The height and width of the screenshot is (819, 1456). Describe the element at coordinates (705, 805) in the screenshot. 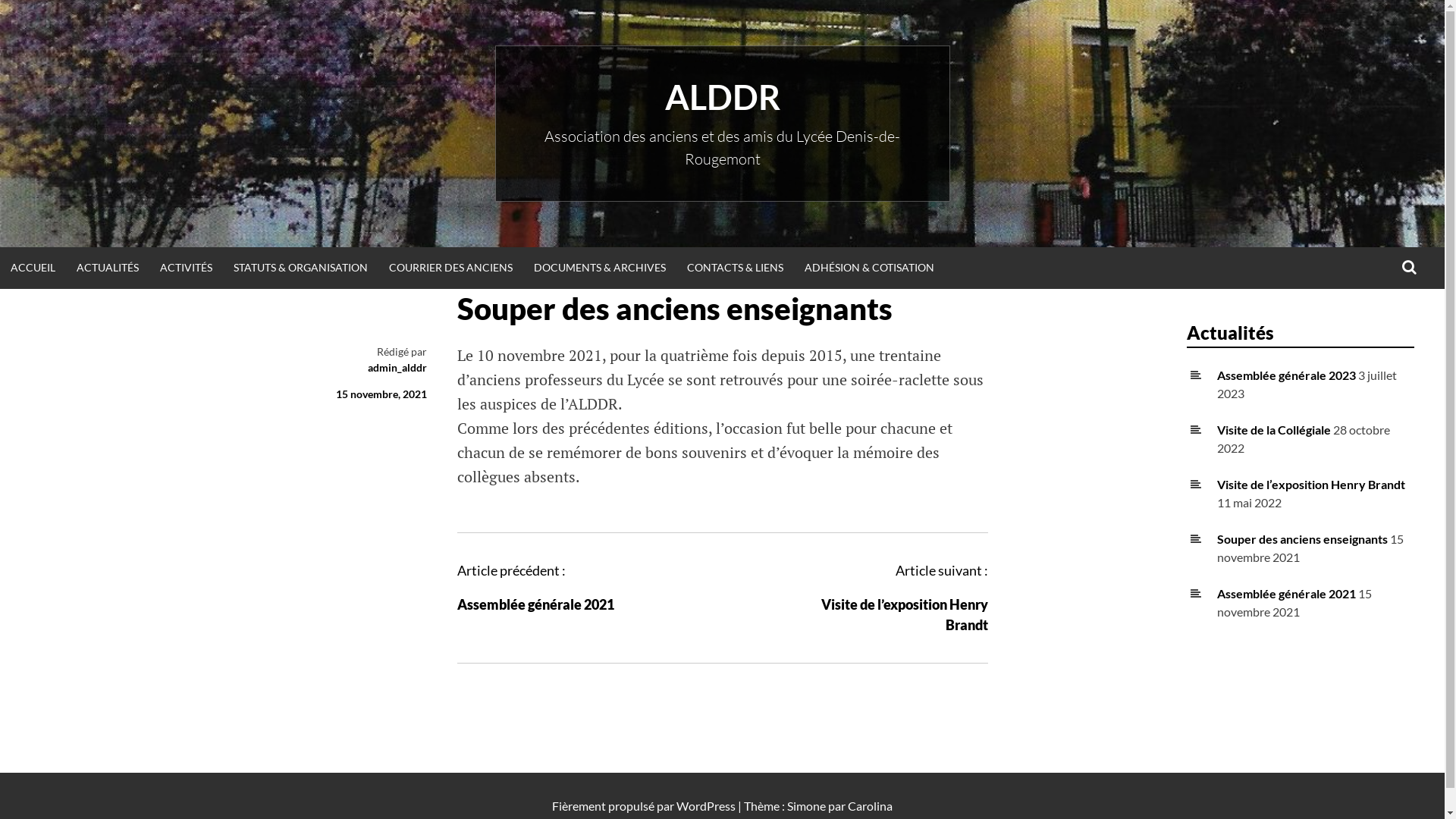

I see `'WordPress'` at that location.